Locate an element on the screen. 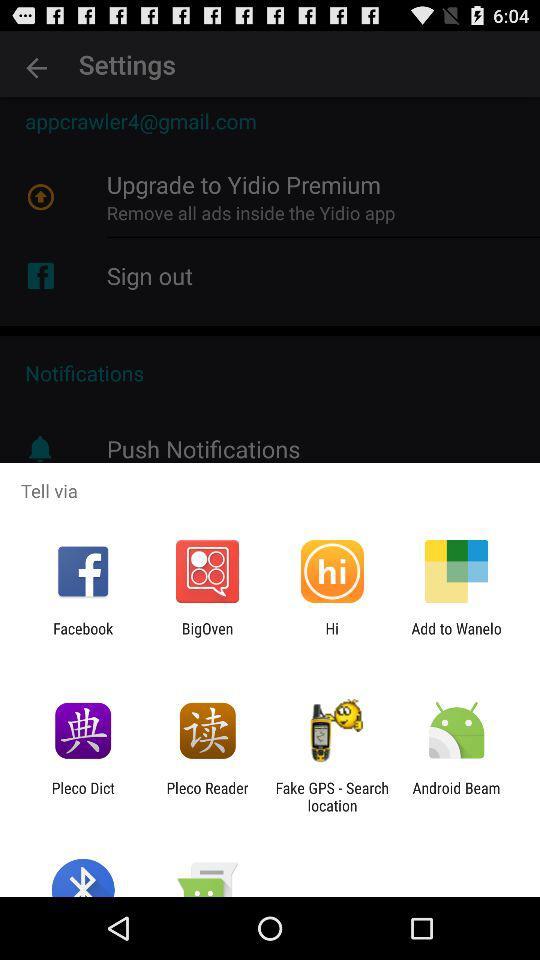 The width and height of the screenshot is (540, 960). icon to the left of the android beam icon is located at coordinates (332, 796).